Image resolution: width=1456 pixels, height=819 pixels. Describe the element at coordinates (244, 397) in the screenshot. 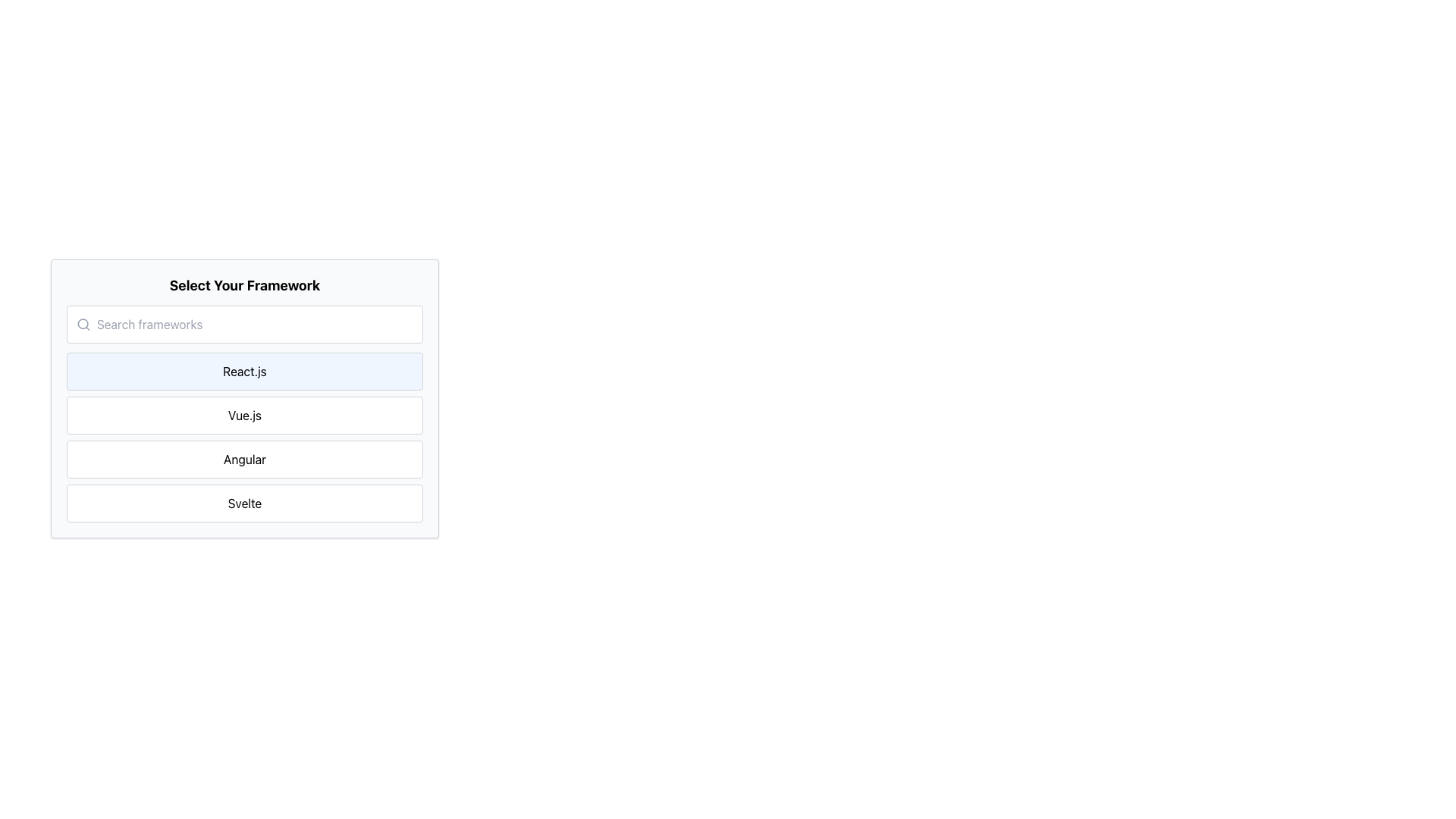

I see `the highlighted option Vue.js in the selectable list of frameworks` at that location.